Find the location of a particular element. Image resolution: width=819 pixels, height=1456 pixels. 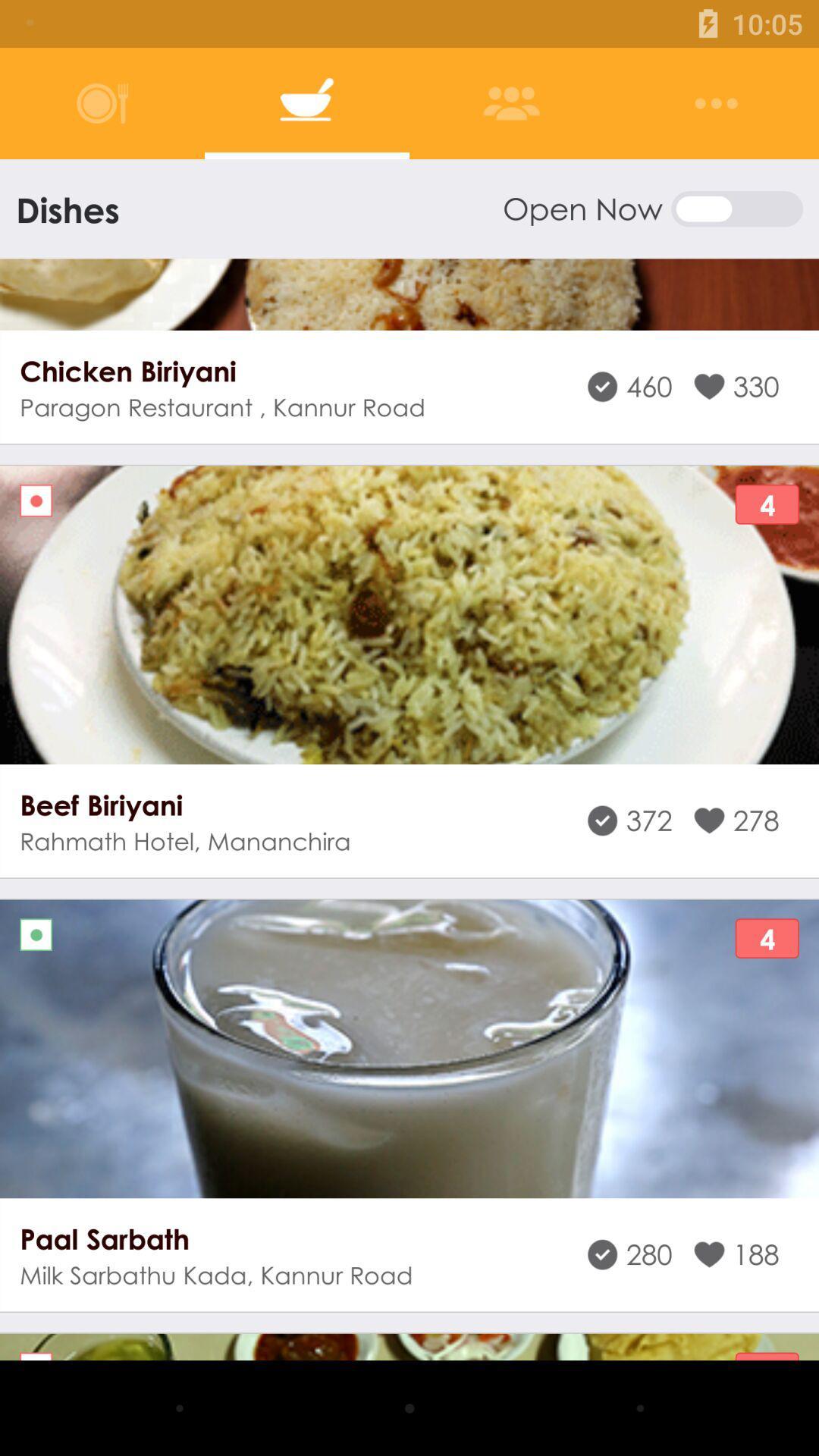

menu is located at coordinates (716, 103).